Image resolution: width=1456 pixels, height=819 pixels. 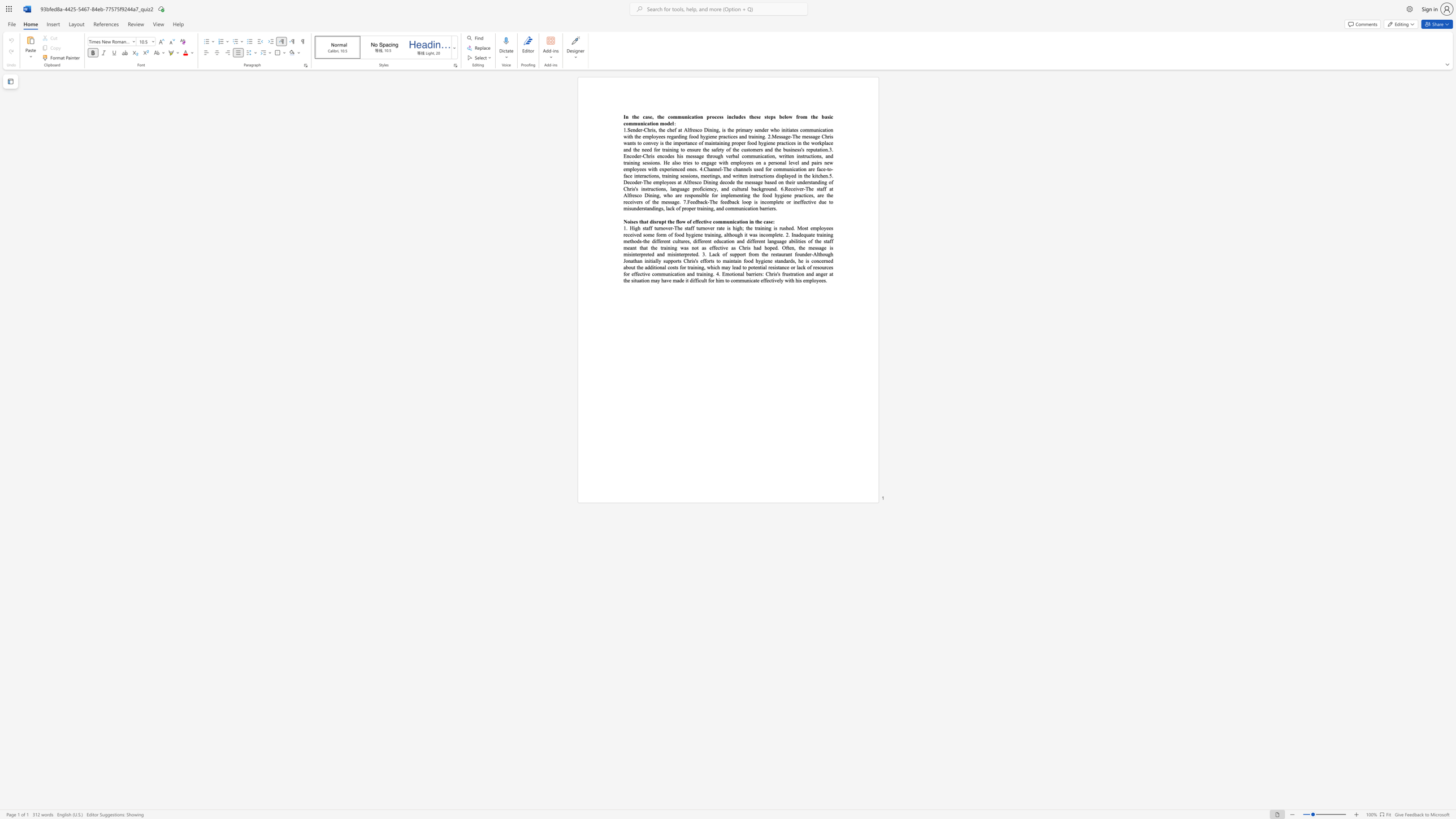 What do you see at coordinates (760, 188) in the screenshot?
I see `the 1th character "k" in the text` at bounding box center [760, 188].